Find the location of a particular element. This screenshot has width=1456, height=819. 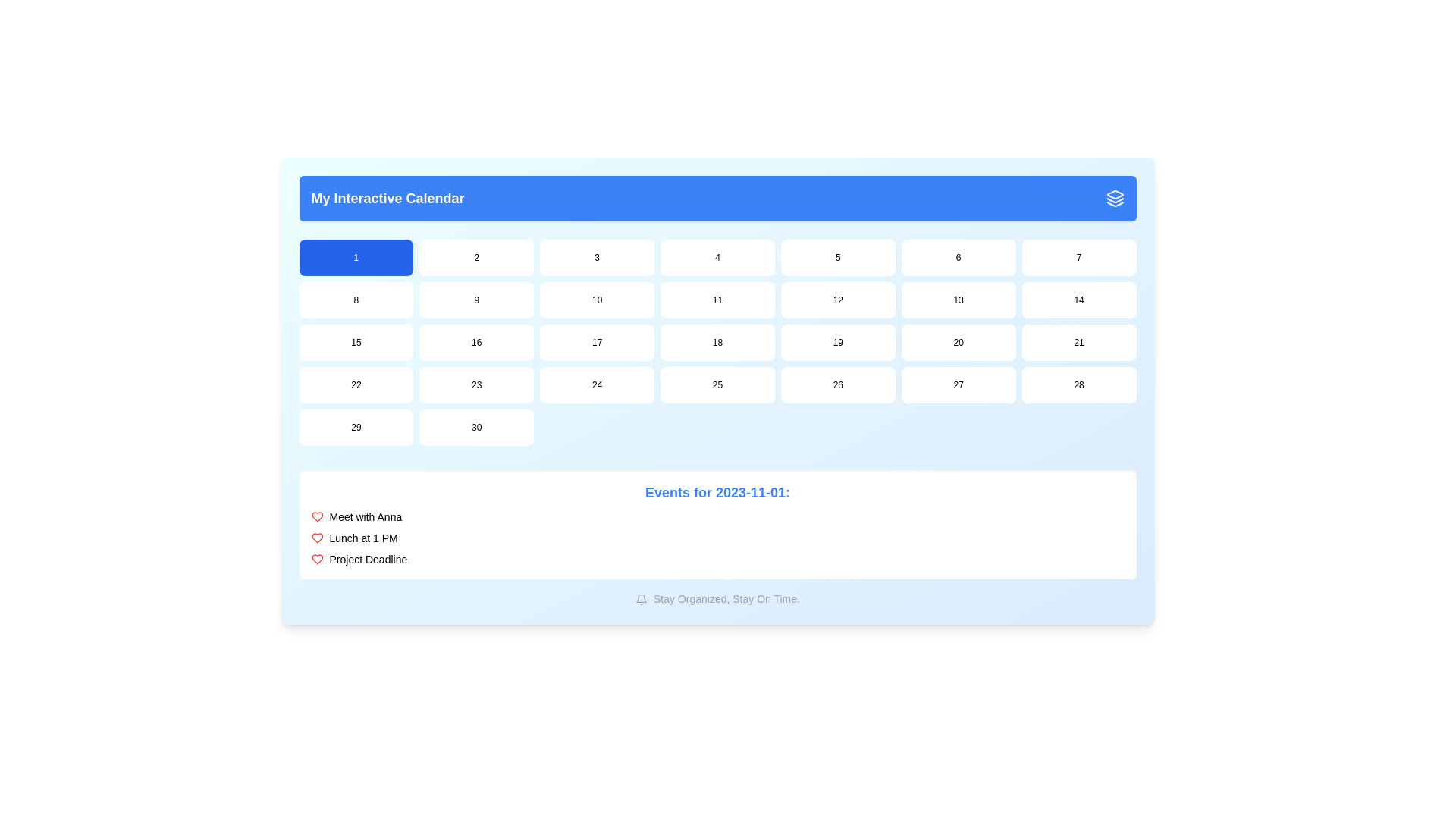

the outlined bell icon symbolizing notifications, which is located before the text 'Stay Organized, Stay On Time.' is located at coordinates (642, 599).